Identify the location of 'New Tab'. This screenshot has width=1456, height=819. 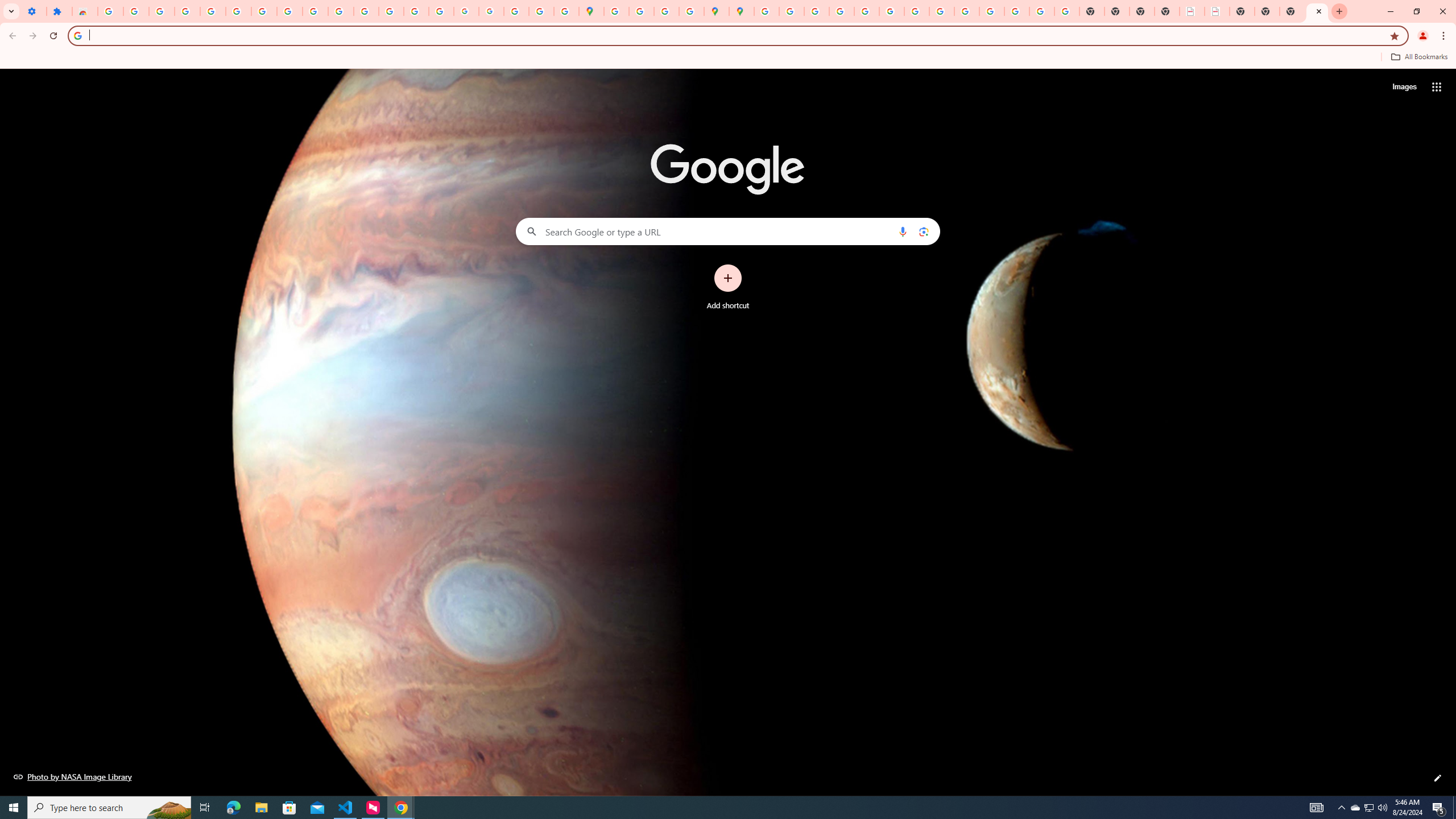
(1292, 11).